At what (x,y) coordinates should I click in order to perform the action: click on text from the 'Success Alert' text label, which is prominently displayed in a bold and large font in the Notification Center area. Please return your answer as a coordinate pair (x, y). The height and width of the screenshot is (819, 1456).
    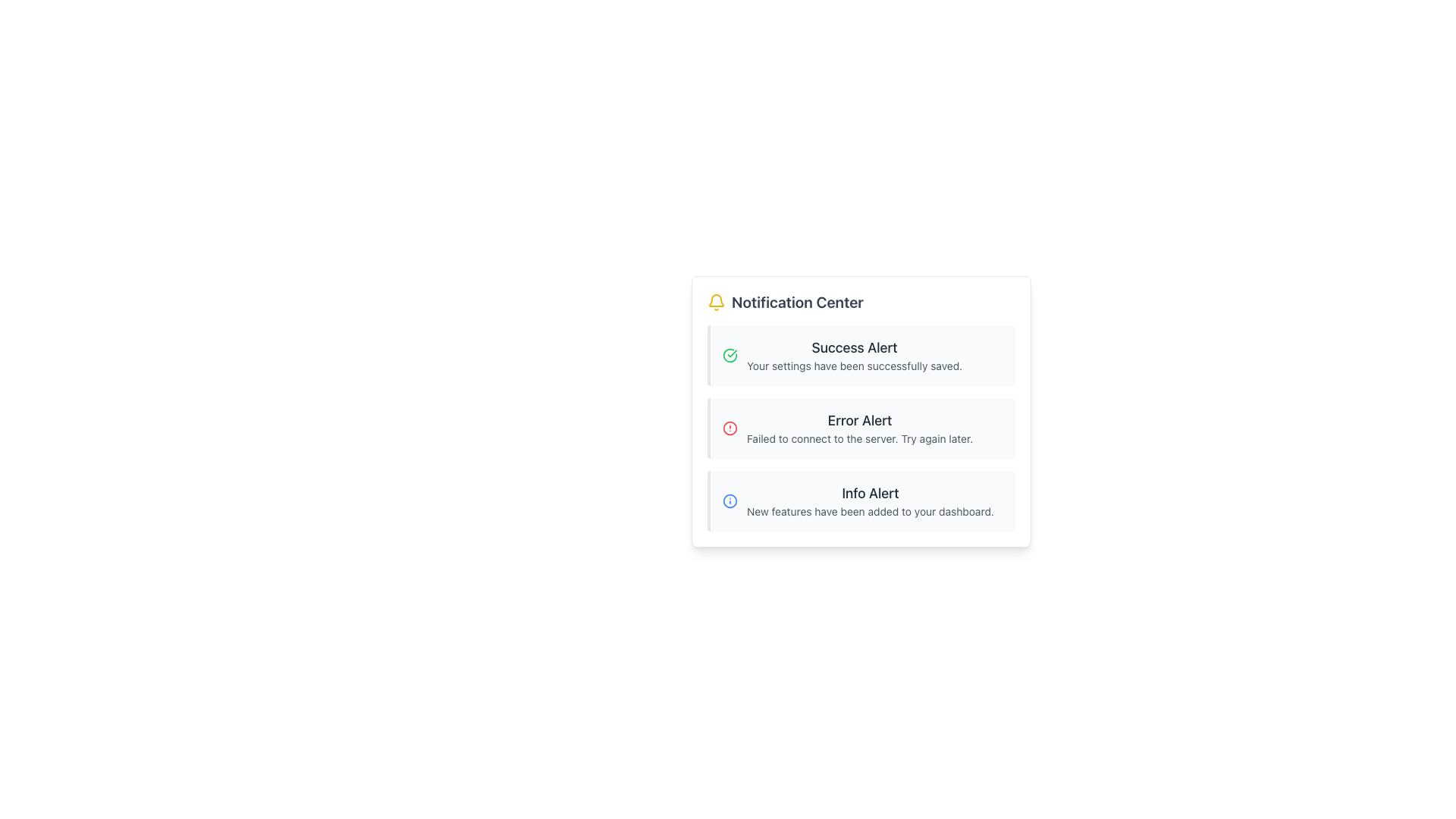
    Looking at the image, I should click on (855, 348).